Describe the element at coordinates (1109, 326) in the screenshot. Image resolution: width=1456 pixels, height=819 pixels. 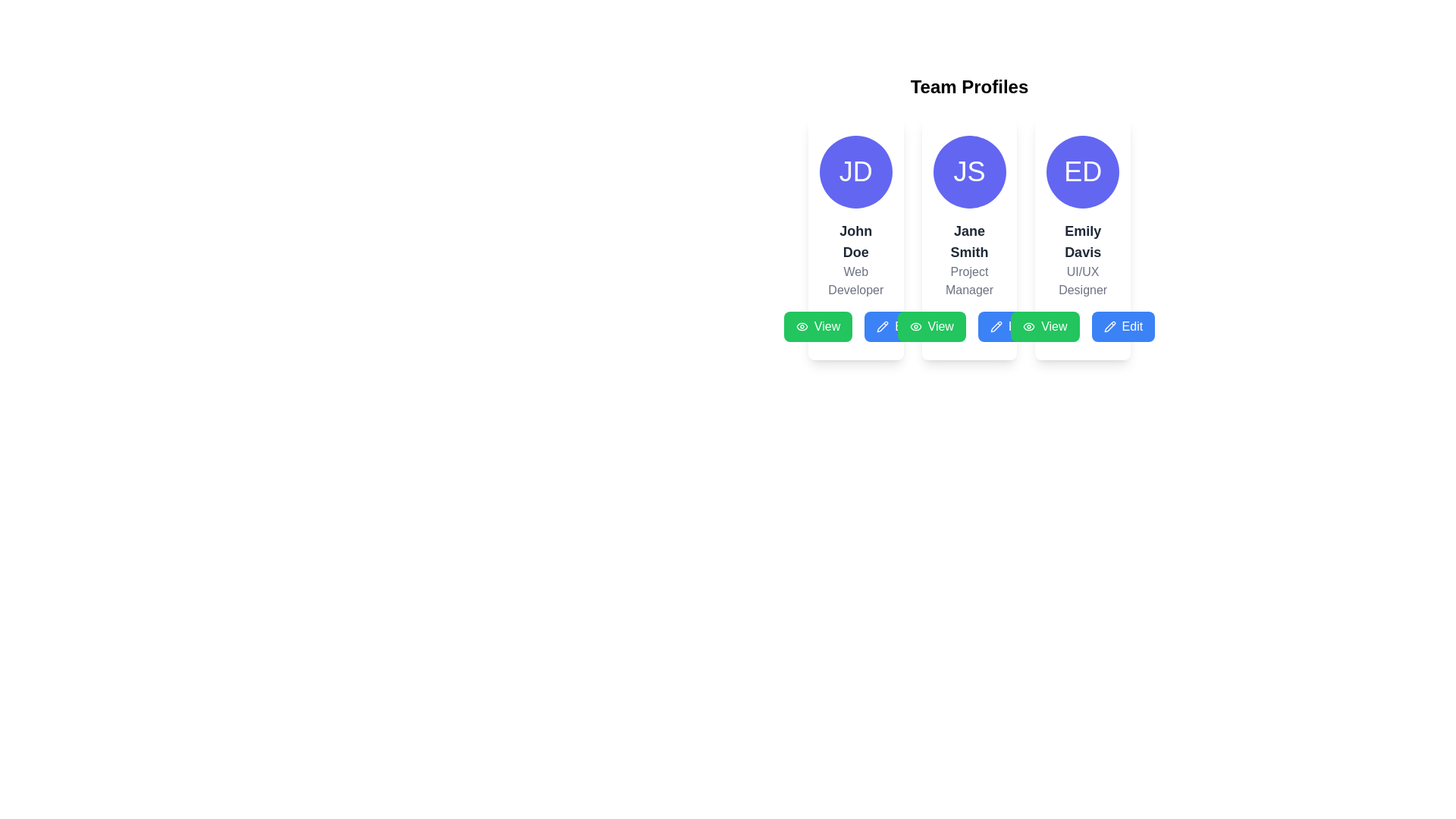
I see `the editing capability icon located to the left of the 'Edit' text label in the rightmost button of the three profiles, under the profile card for 'Emily Davis'` at that location.